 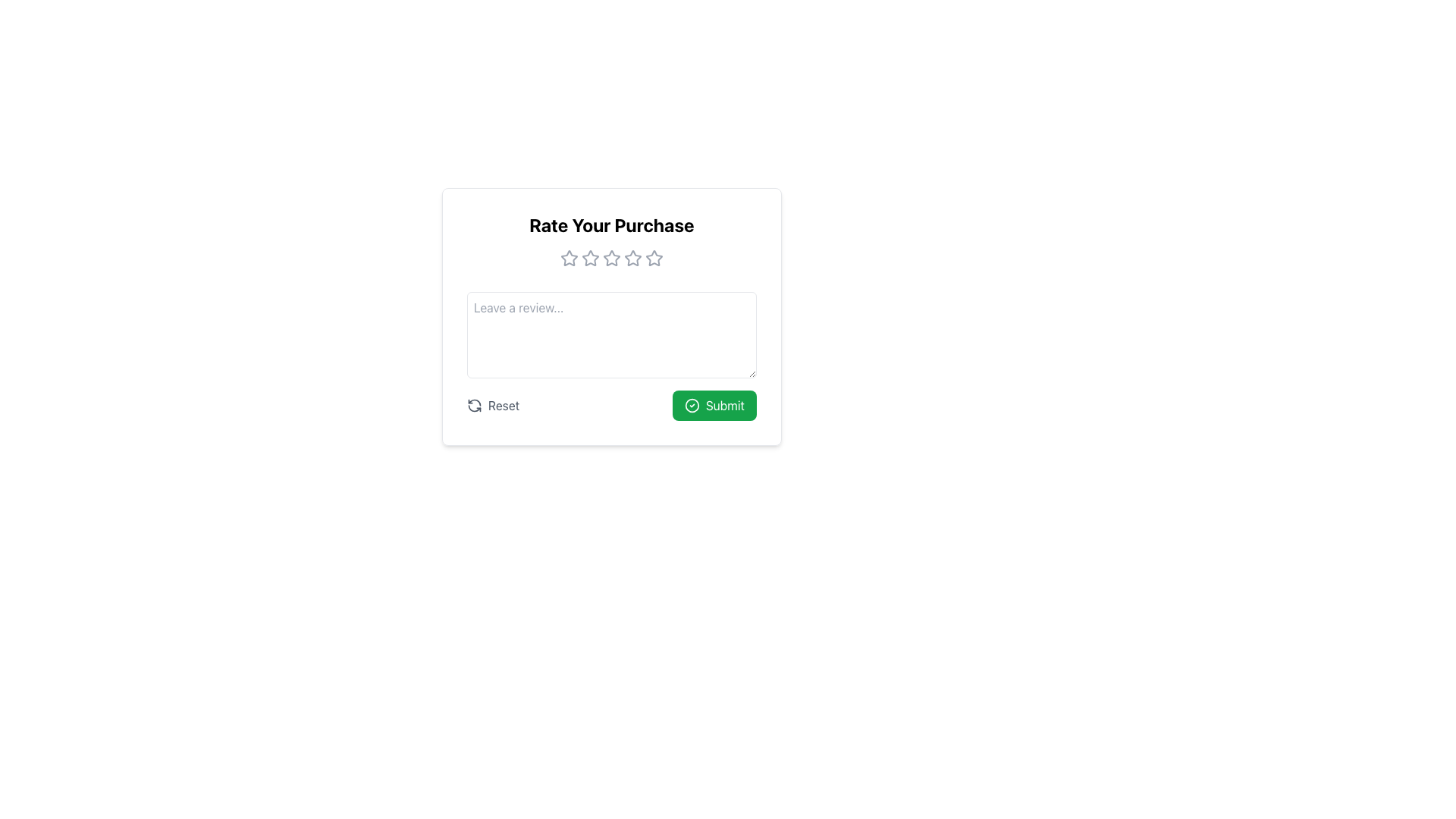 I want to click on the fourth star icon in the rating widget, so click(x=611, y=257).